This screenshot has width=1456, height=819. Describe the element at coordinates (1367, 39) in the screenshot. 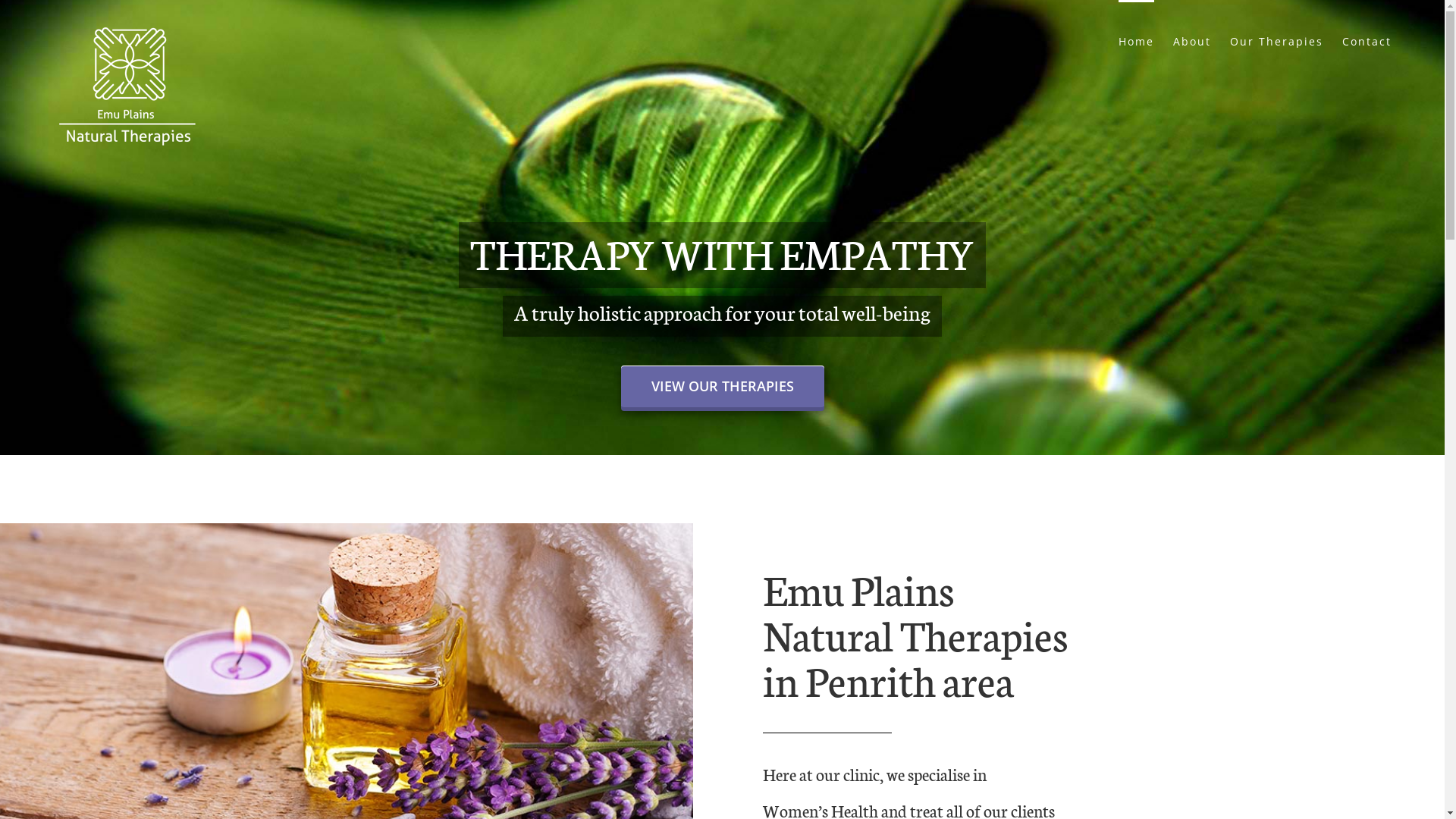

I see `'Contact'` at that location.